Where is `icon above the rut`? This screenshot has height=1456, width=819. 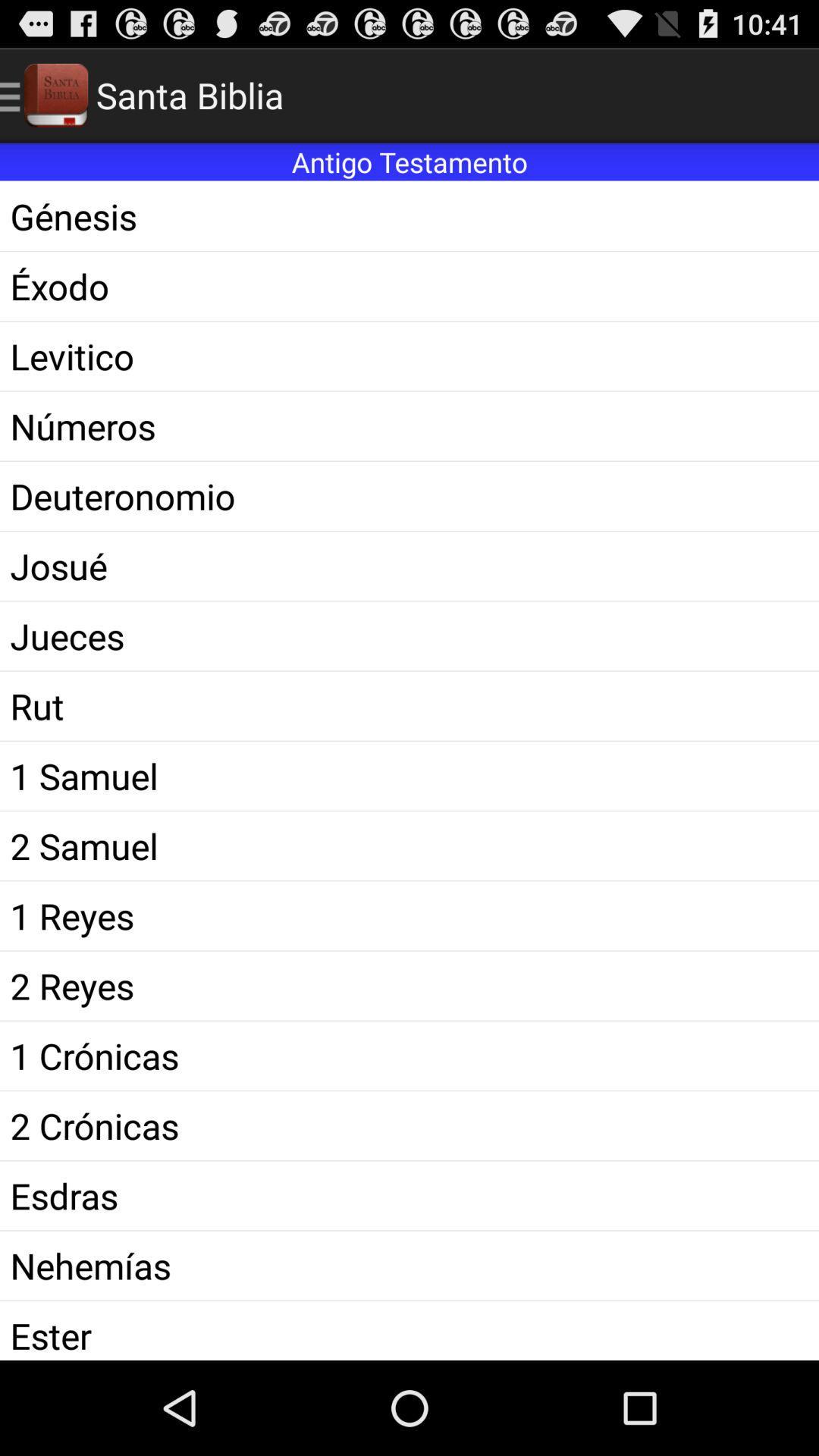
icon above the rut is located at coordinates (409, 635).